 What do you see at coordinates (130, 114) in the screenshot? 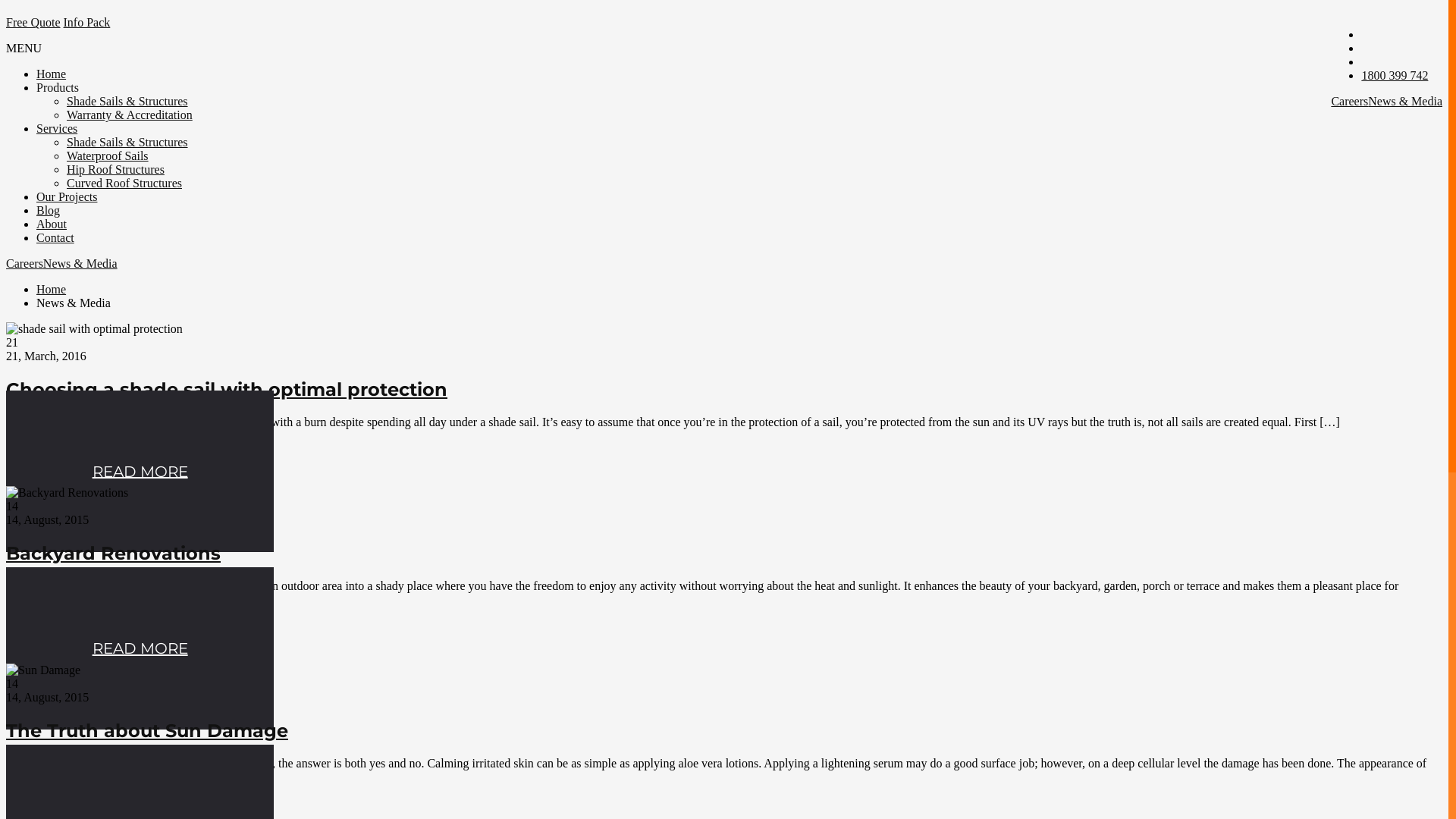
I see `'Warranty & Accreditation'` at bounding box center [130, 114].